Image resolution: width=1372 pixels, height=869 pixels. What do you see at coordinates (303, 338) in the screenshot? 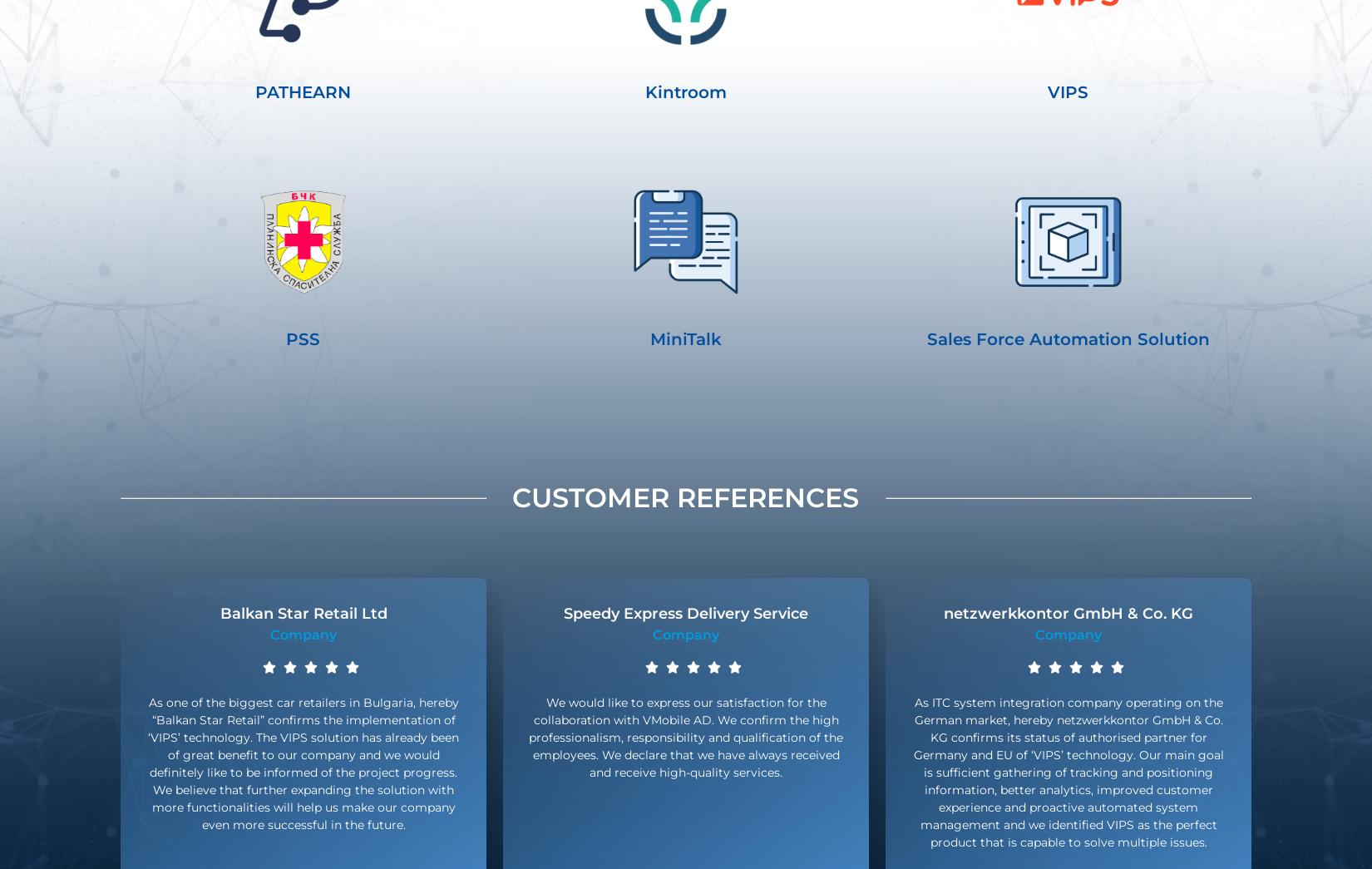
I see `'PSS'` at bounding box center [303, 338].